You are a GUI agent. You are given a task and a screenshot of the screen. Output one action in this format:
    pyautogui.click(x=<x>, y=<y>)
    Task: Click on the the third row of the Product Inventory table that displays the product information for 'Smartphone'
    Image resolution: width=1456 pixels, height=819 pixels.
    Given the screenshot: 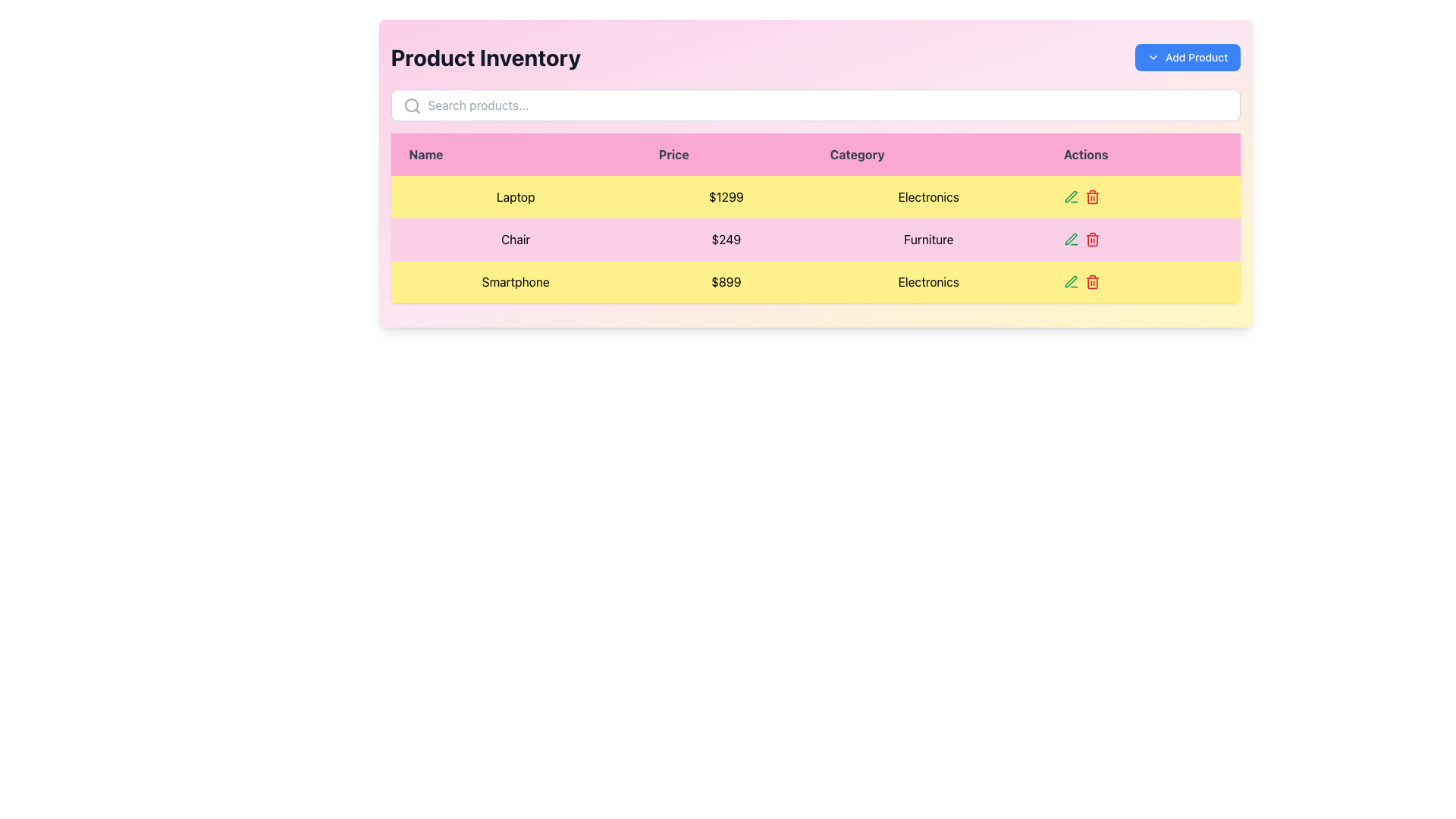 What is the action you would take?
    pyautogui.click(x=814, y=281)
    